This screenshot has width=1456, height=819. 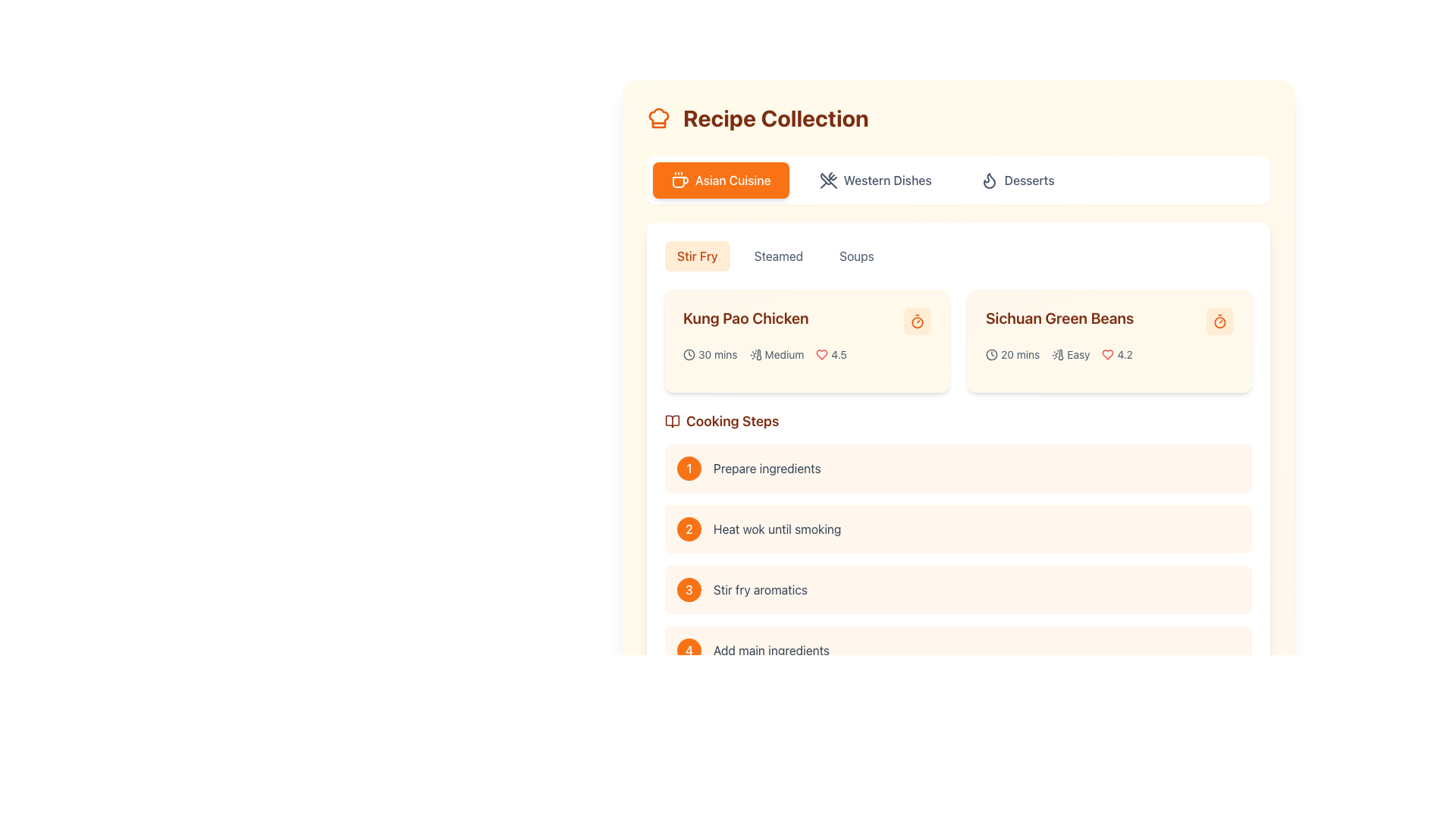 What do you see at coordinates (1057, 354) in the screenshot?
I see `the difficulty level icon located next to the 'Easy' label in the 'Sichuan Green Beans' component` at bounding box center [1057, 354].